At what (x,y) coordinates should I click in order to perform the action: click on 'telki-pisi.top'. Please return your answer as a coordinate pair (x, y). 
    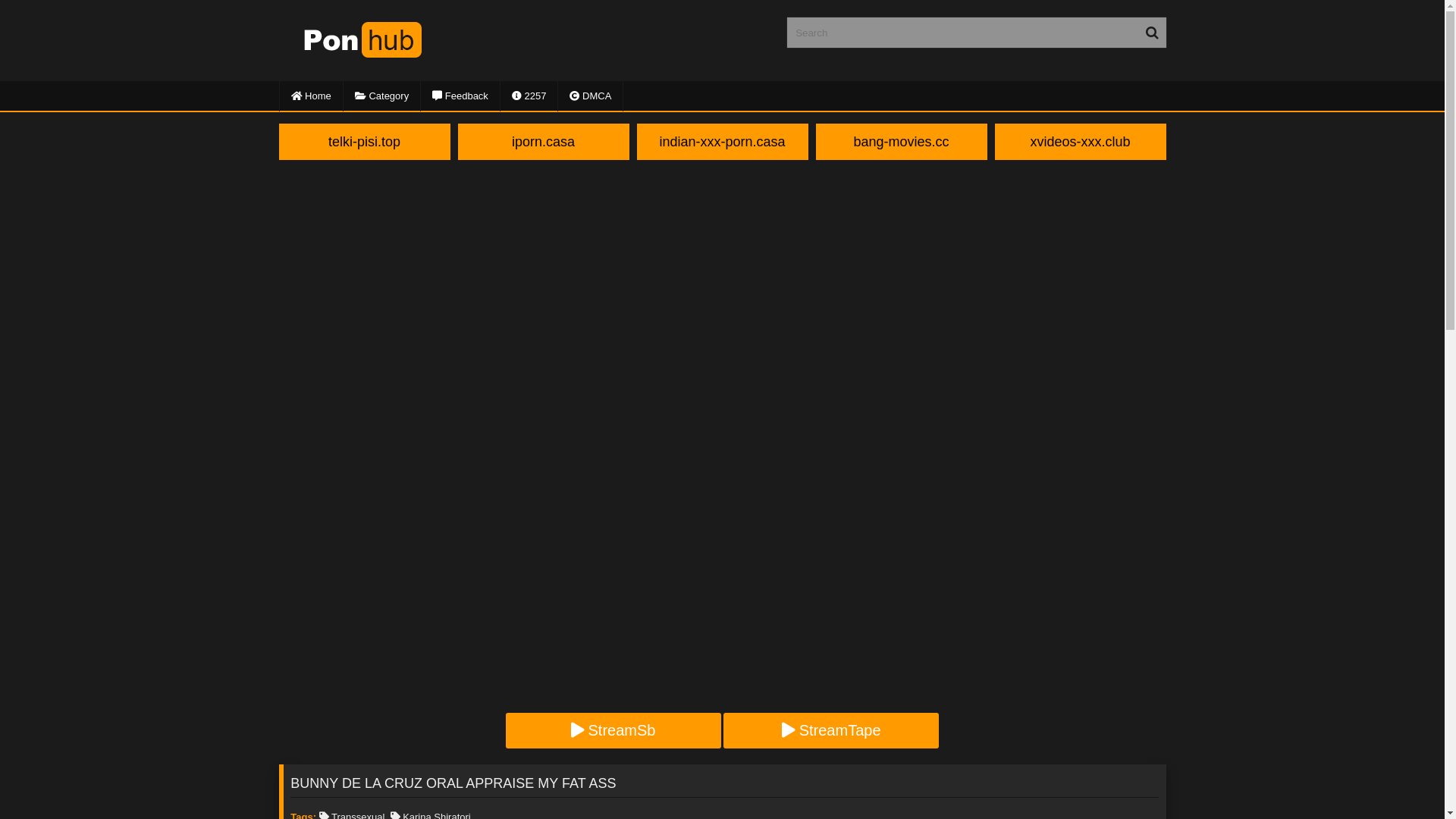
    Looking at the image, I should click on (364, 141).